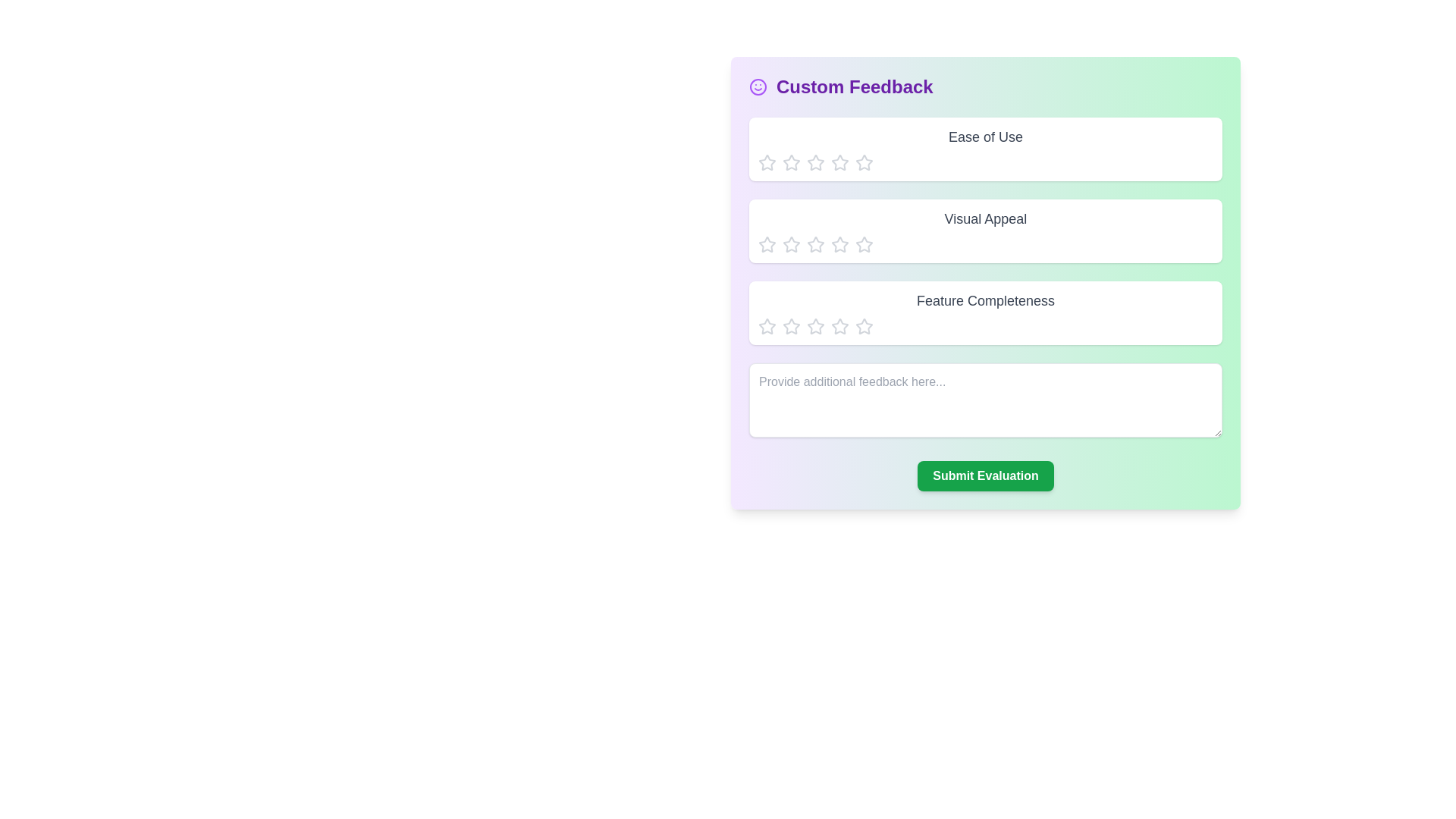 The image size is (1456, 819). What do you see at coordinates (814, 163) in the screenshot?
I see `the element Ease of Use Star 3 to observe its hover effect` at bounding box center [814, 163].